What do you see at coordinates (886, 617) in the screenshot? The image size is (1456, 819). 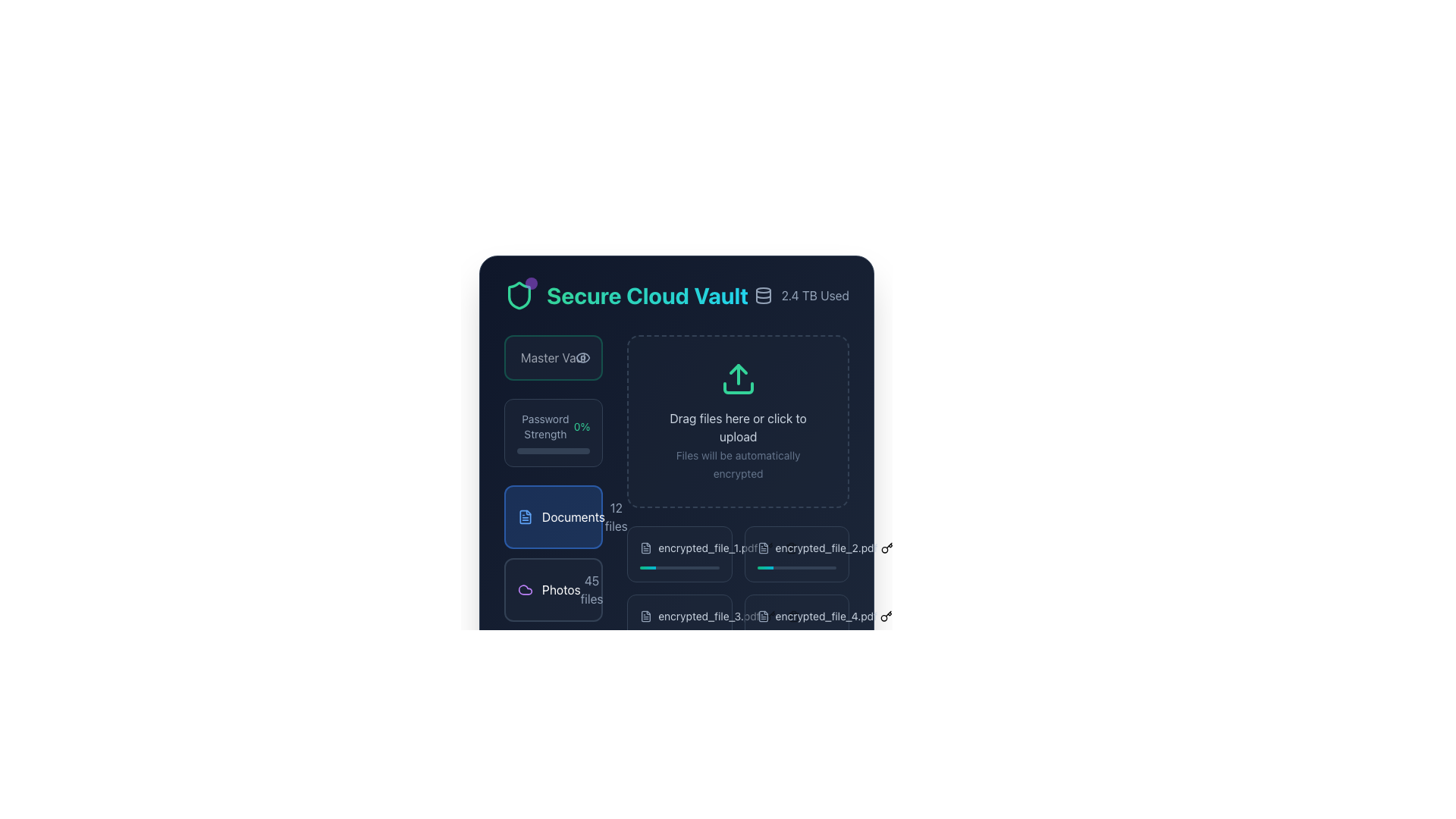 I see `the key icon located in the bottom-right corner of the interface, which represents encryption or security settings for the file 'encrypted_file_4.pdf'` at bounding box center [886, 617].